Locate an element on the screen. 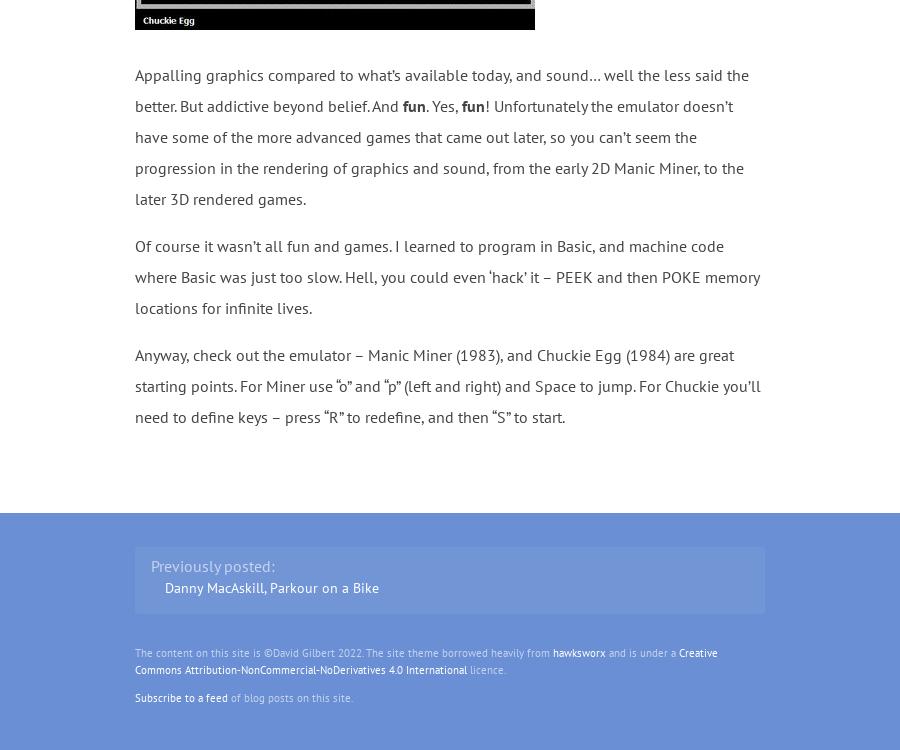  'The content on this site is ©David Gilbert 2022. The site theme borrowed heavily from' is located at coordinates (343, 653).